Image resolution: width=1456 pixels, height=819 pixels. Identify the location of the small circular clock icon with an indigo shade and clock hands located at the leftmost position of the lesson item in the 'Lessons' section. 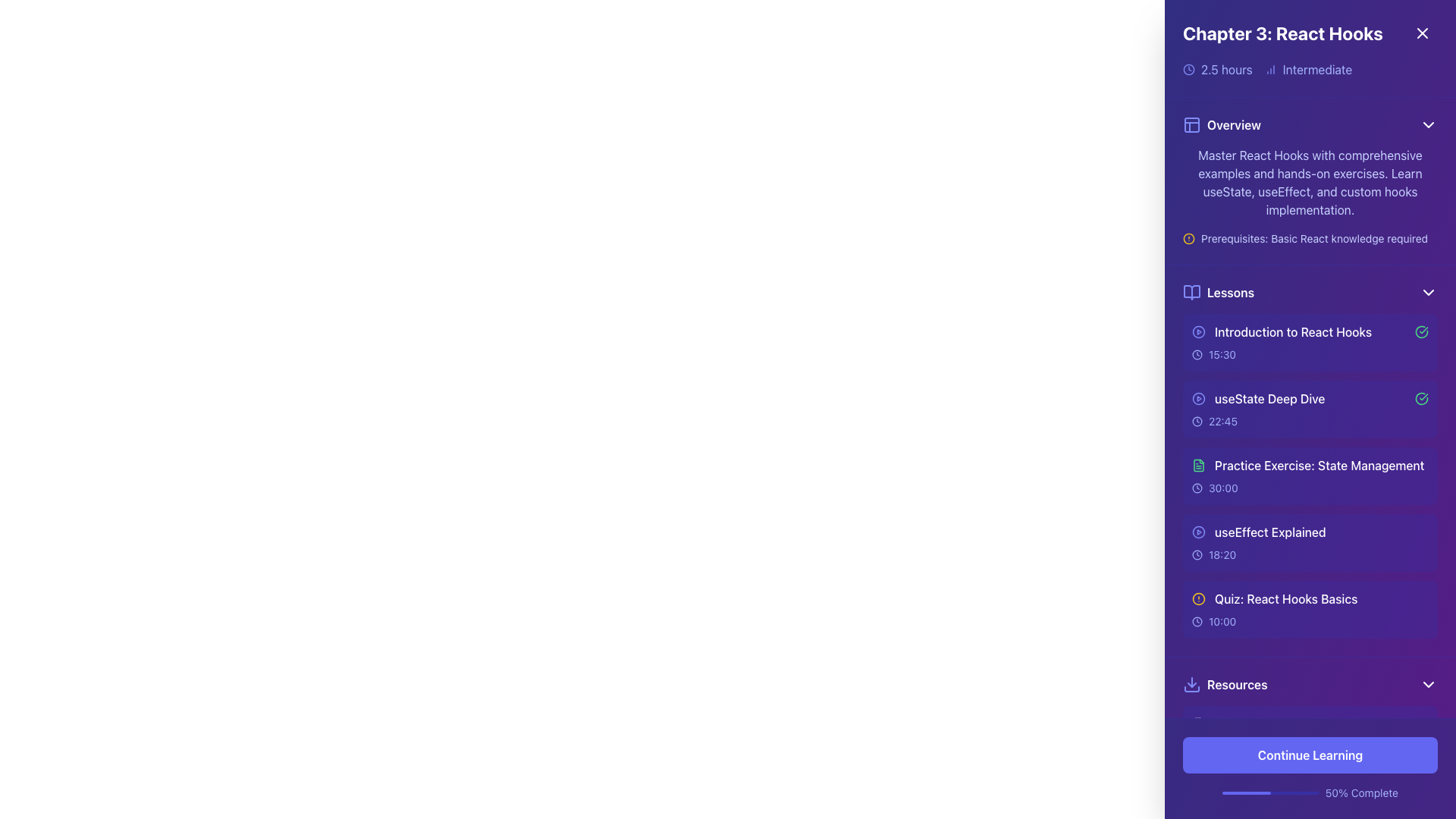
(1197, 421).